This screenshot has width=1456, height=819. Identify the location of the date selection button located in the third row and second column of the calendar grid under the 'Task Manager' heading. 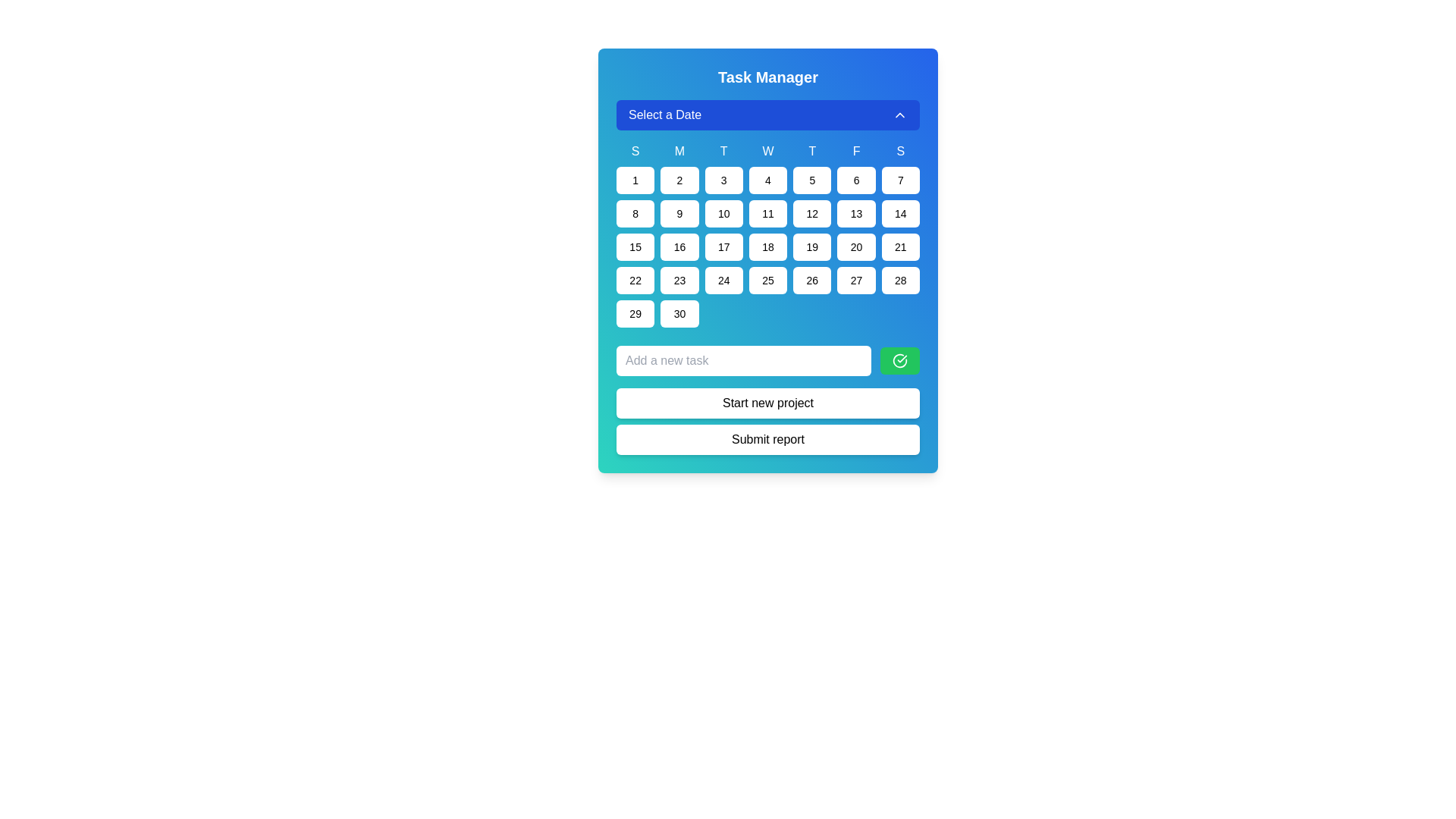
(679, 213).